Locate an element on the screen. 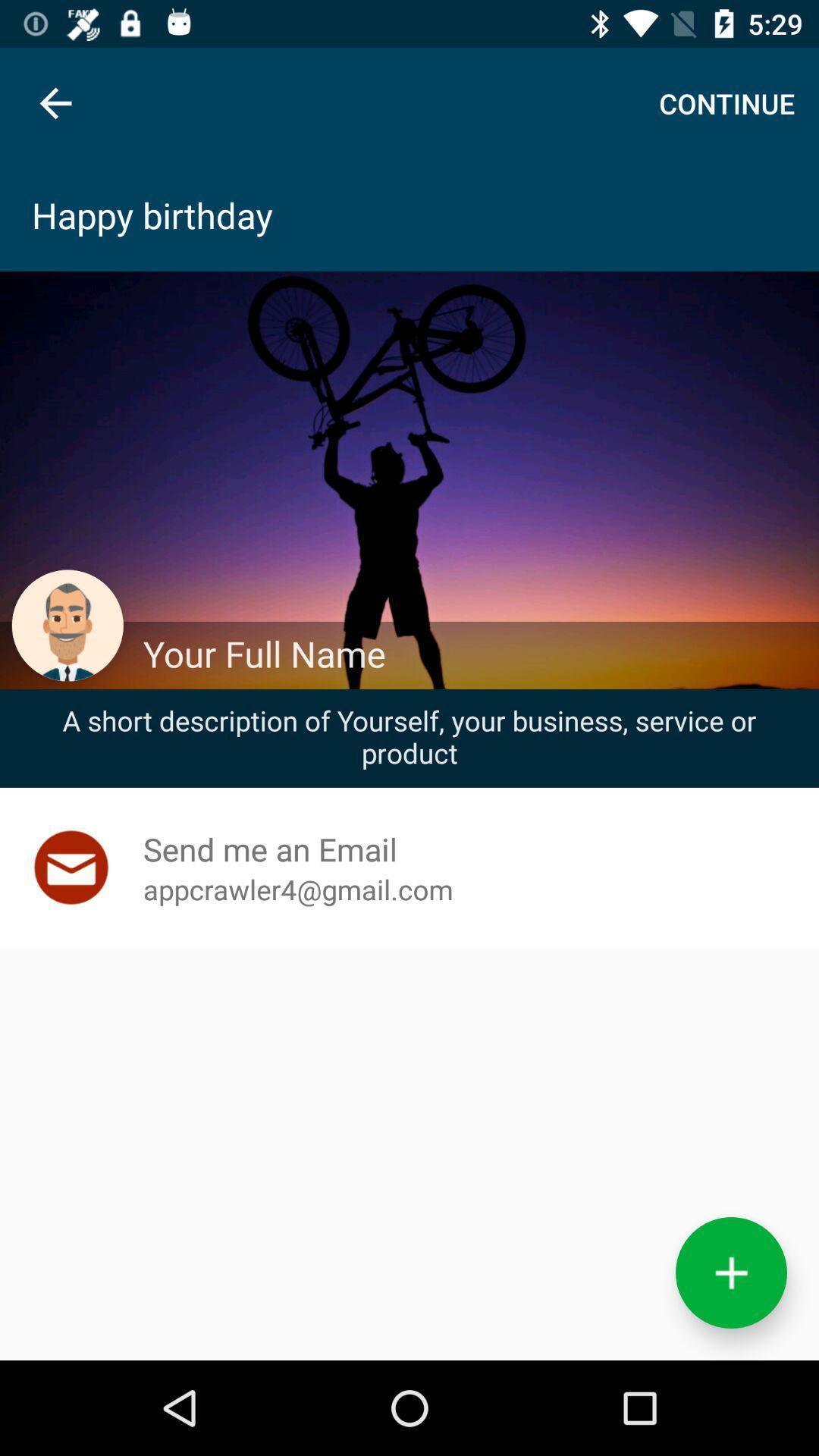 The height and width of the screenshot is (1456, 819). icon below the appcrawler4@gmail.com icon is located at coordinates (730, 1272).